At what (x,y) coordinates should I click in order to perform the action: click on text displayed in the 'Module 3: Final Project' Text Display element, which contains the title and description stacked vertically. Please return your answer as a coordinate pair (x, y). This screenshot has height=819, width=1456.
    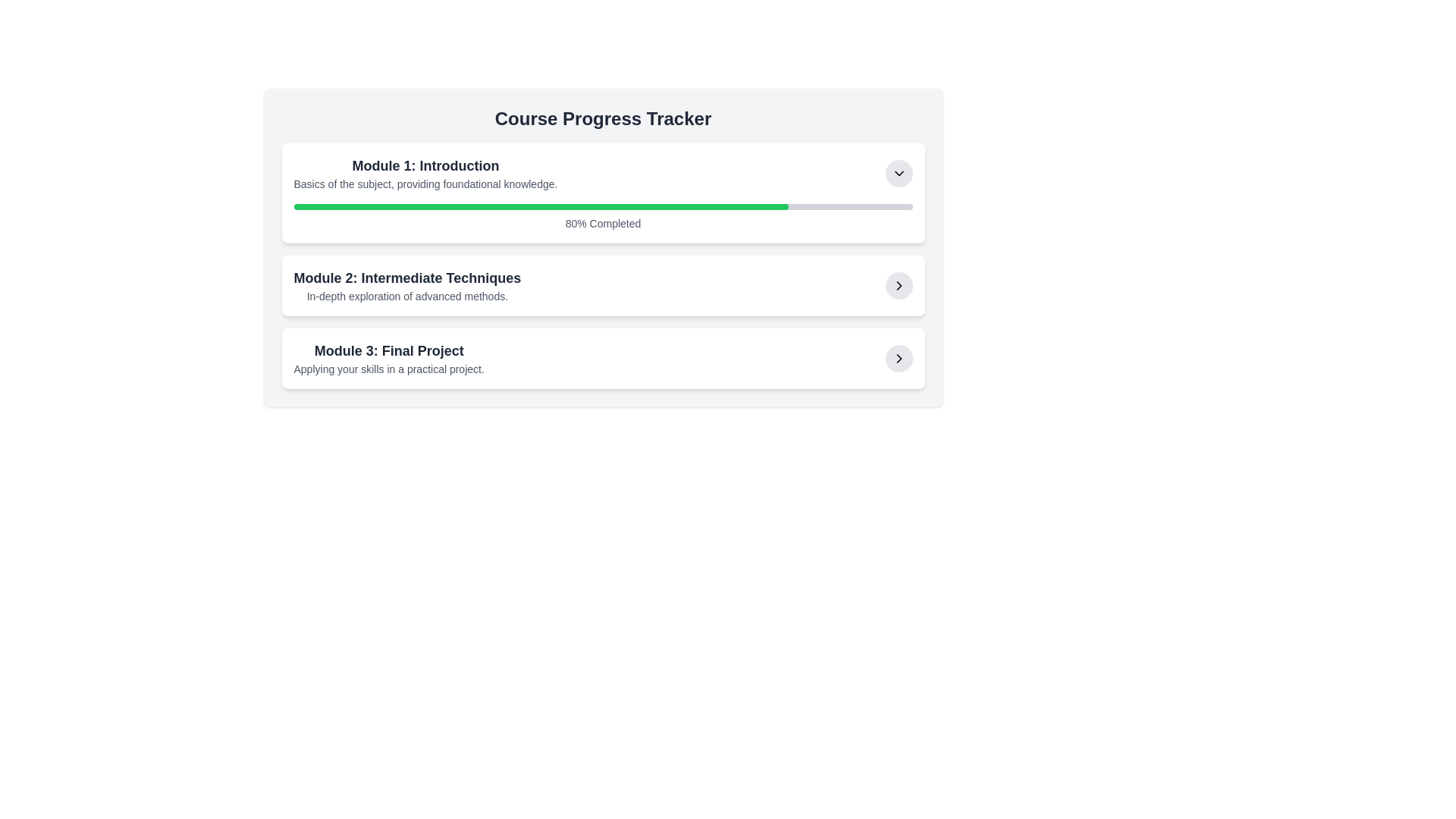
    Looking at the image, I should click on (389, 359).